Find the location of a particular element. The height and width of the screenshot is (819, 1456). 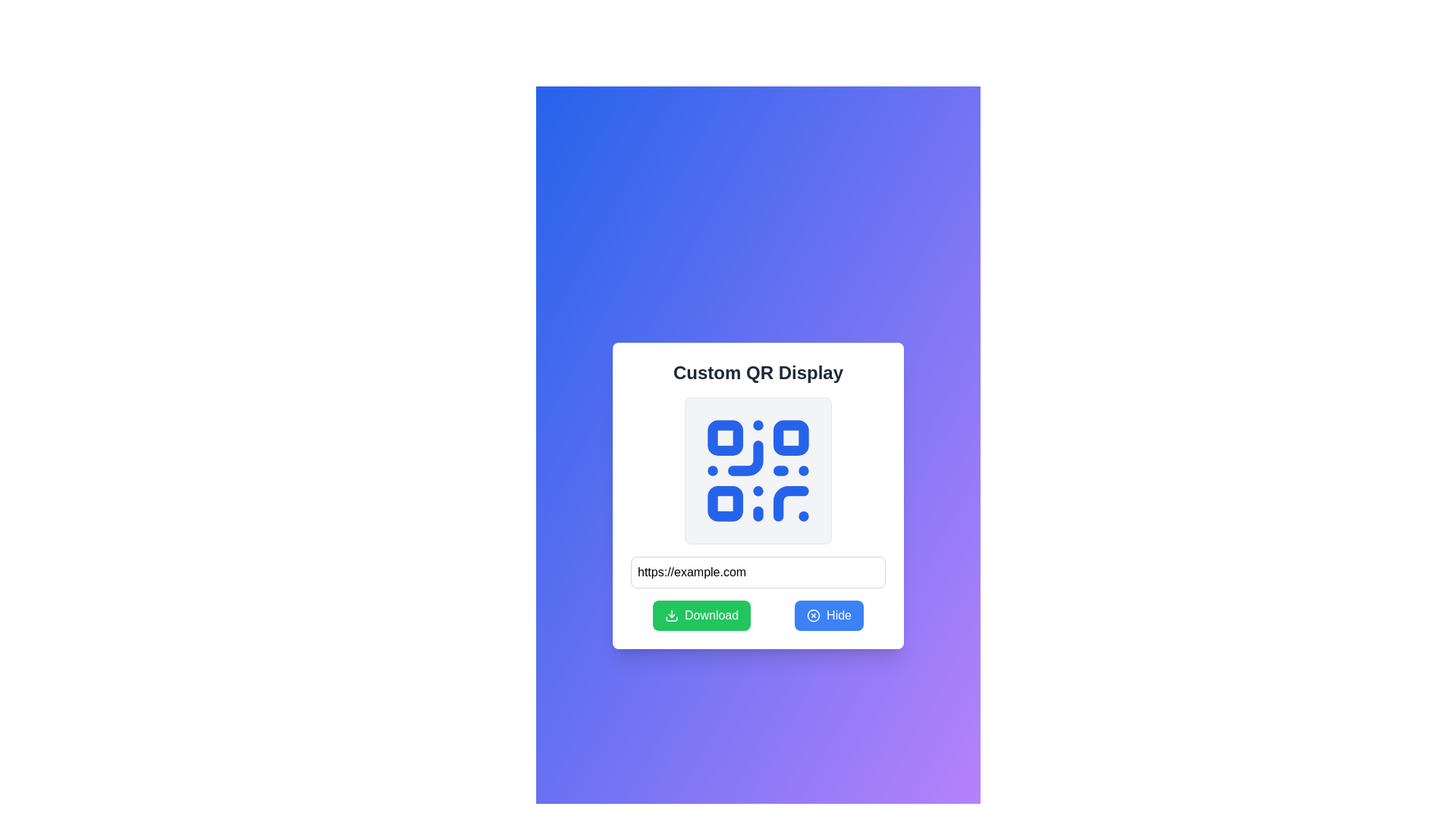

the small blue square with rounded corners located in the upper-left quadrant of the QR code is located at coordinates (724, 438).